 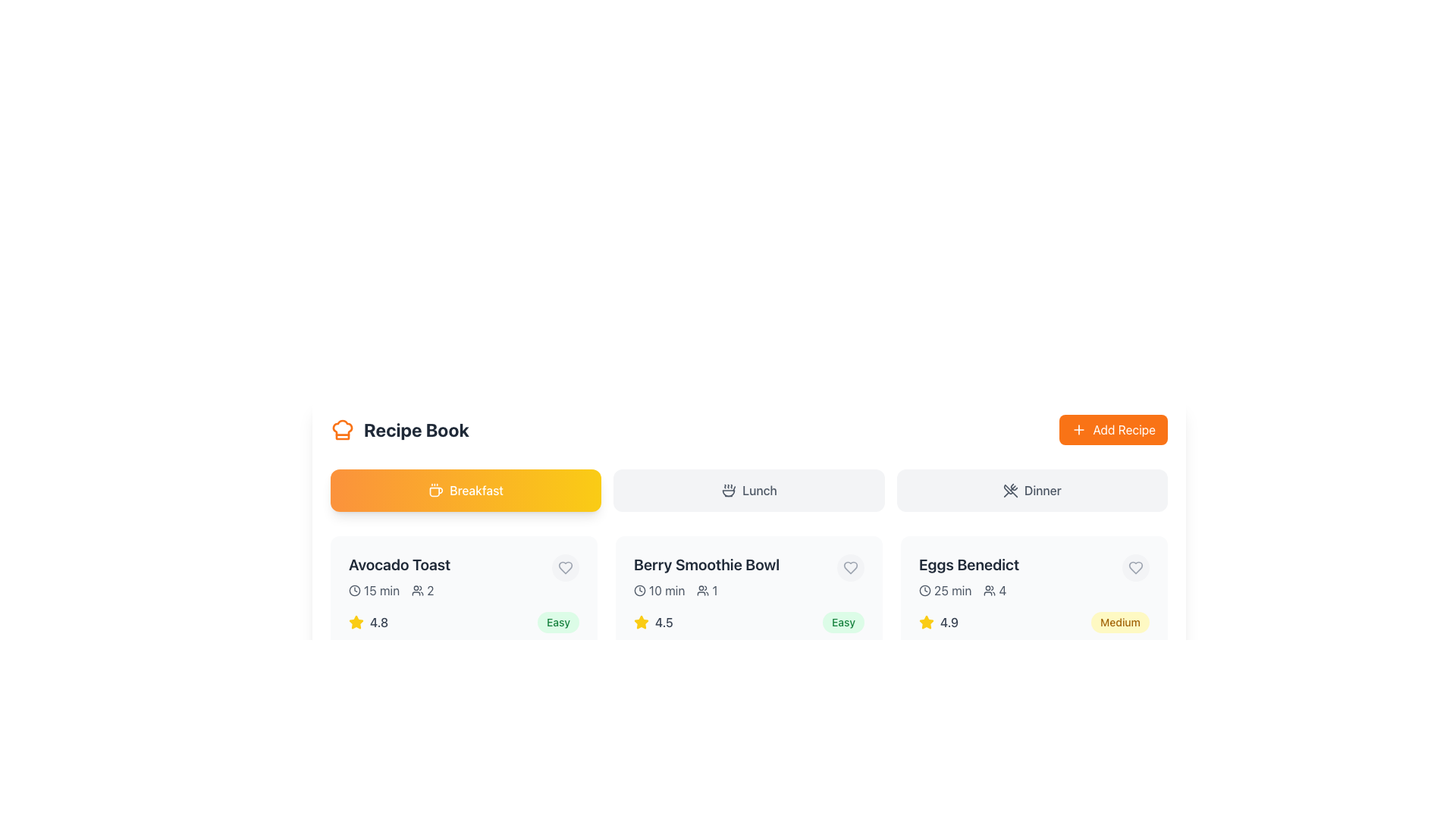 I want to click on the chef's hat icon with an orange border located beside the title 'Recipe Book' in the top left part of the interface, so click(x=341, y=430).